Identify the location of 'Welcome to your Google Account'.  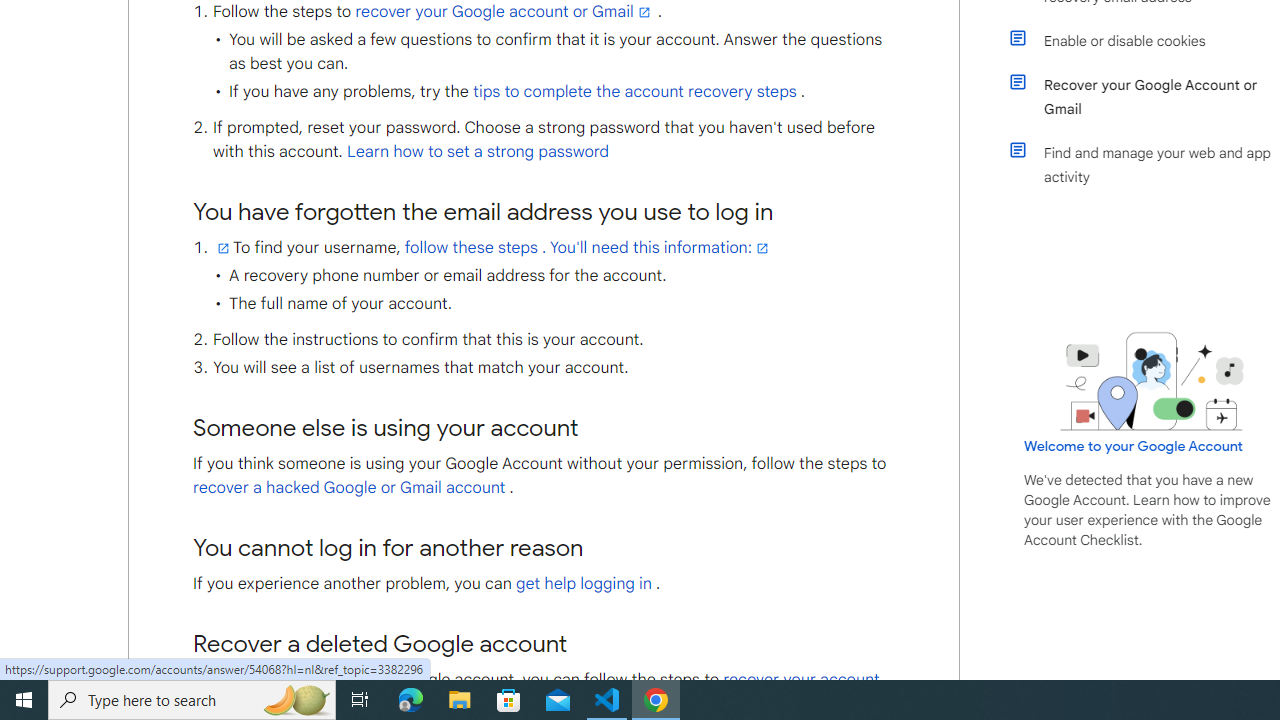
(1134, 445).